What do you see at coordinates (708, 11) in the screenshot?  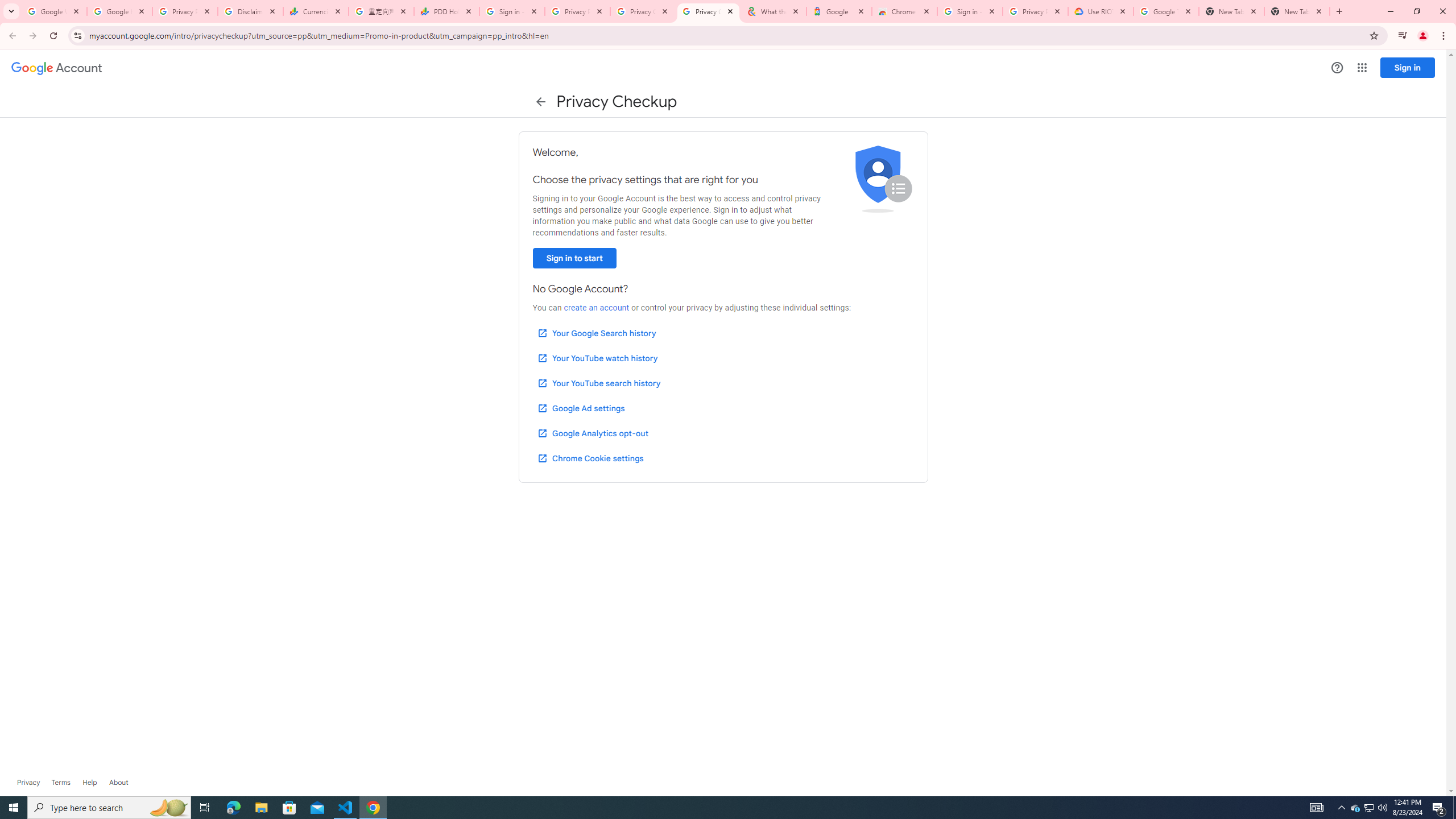 I see `'Privacy Checkup'` at bounding box center [708, 11].